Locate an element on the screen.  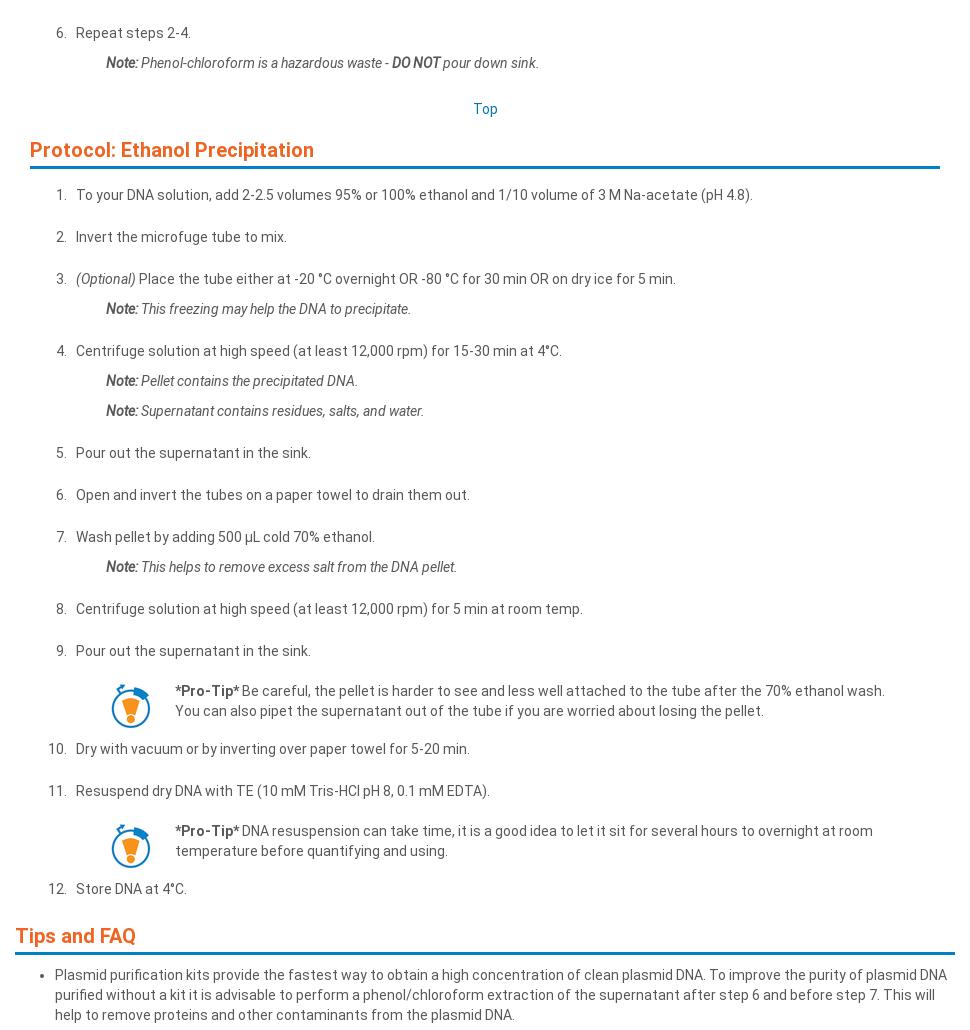
'Open and invert the tubes on a paper towel to drain them out.' is located at coordinates (271, 492).